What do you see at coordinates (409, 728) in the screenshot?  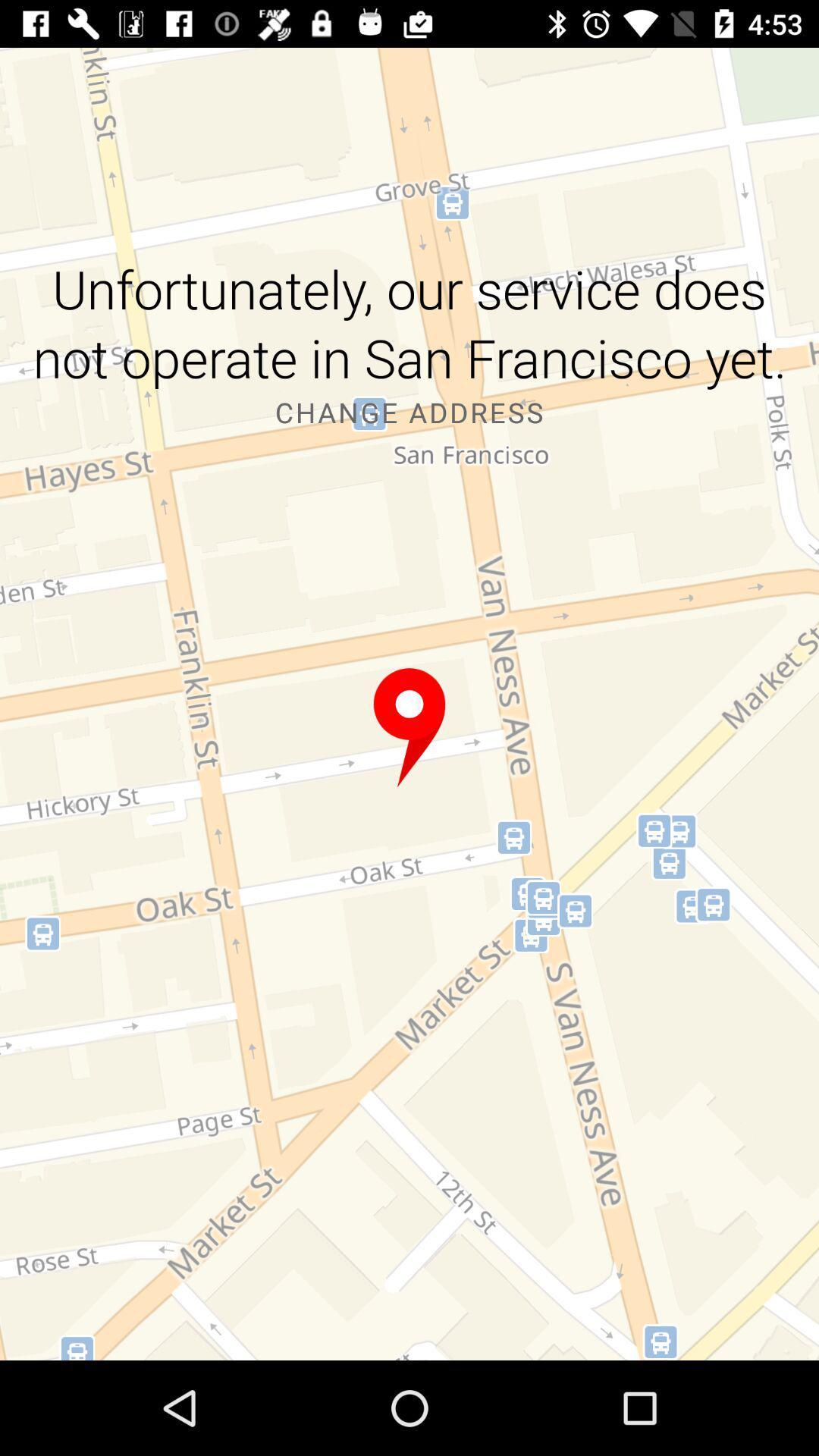 I see `get more information about the marker` at bounding box center [409, 728].